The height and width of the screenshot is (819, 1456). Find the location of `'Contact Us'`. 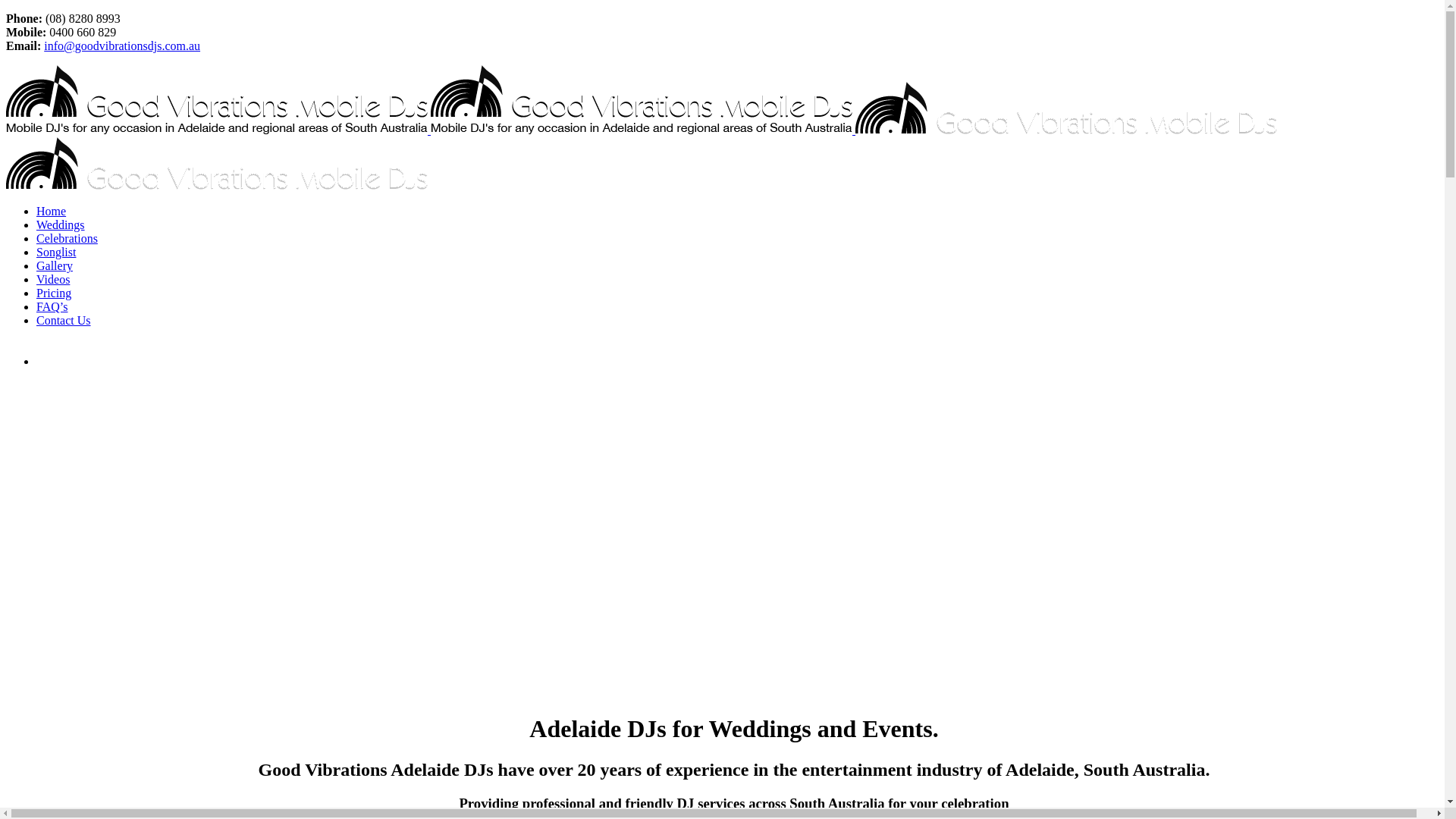

'Contact Us' is located at coordinates (62, 319).